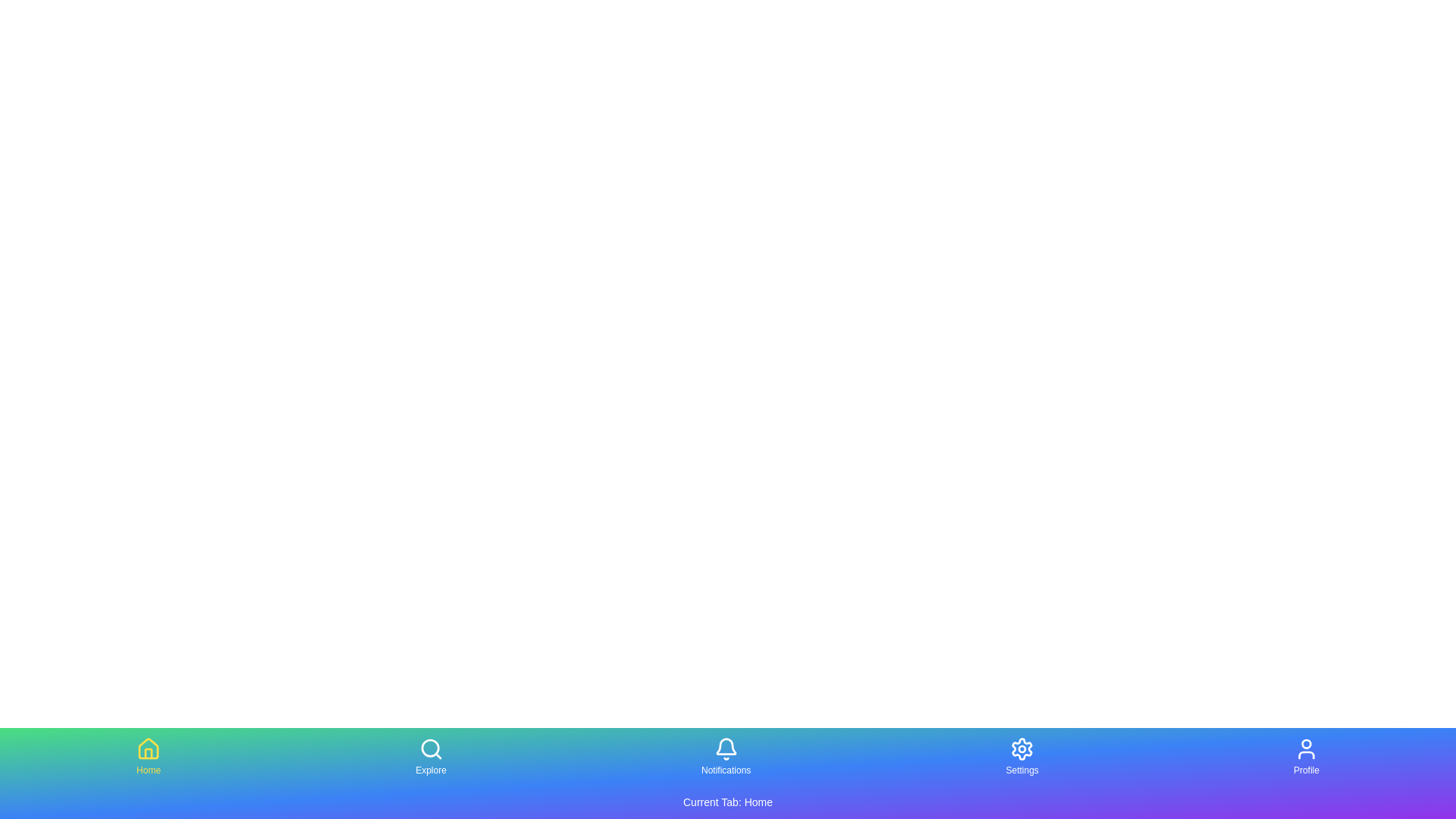 The image size is (1456, 819). Describe the element at coordinates (1022, 757) in the screenshot. I see `the tab labeled Settings to select it` at that location.